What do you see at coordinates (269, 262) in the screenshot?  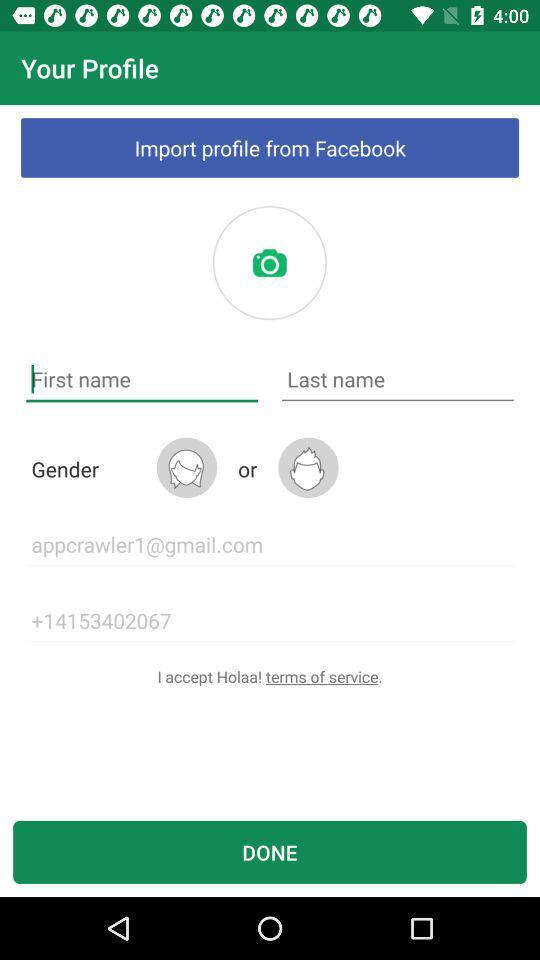 I see `camera image option` at bounding box center [269, 262].